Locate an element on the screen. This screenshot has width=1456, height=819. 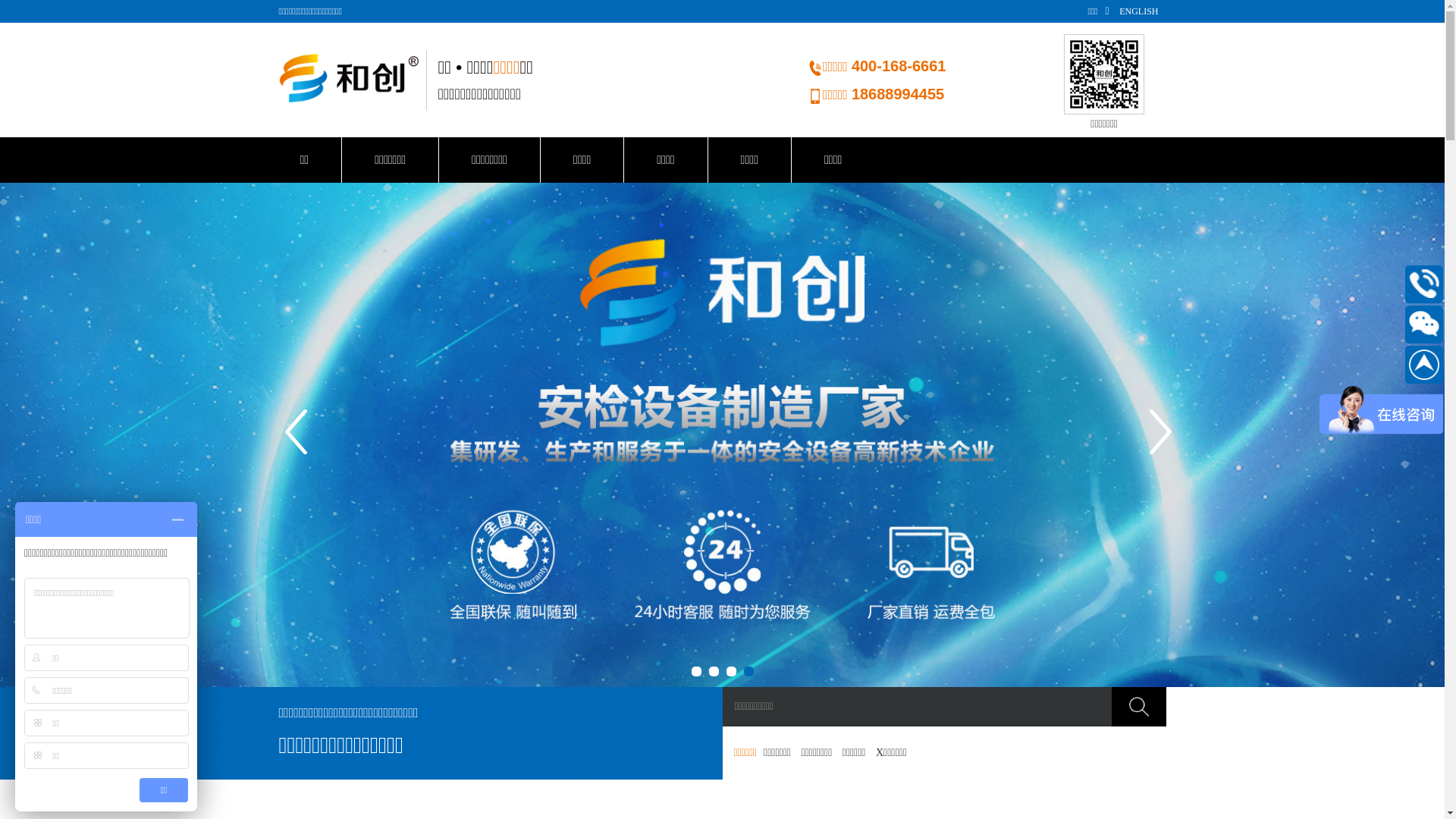
'Next' is located at coordinates (1160, 435).